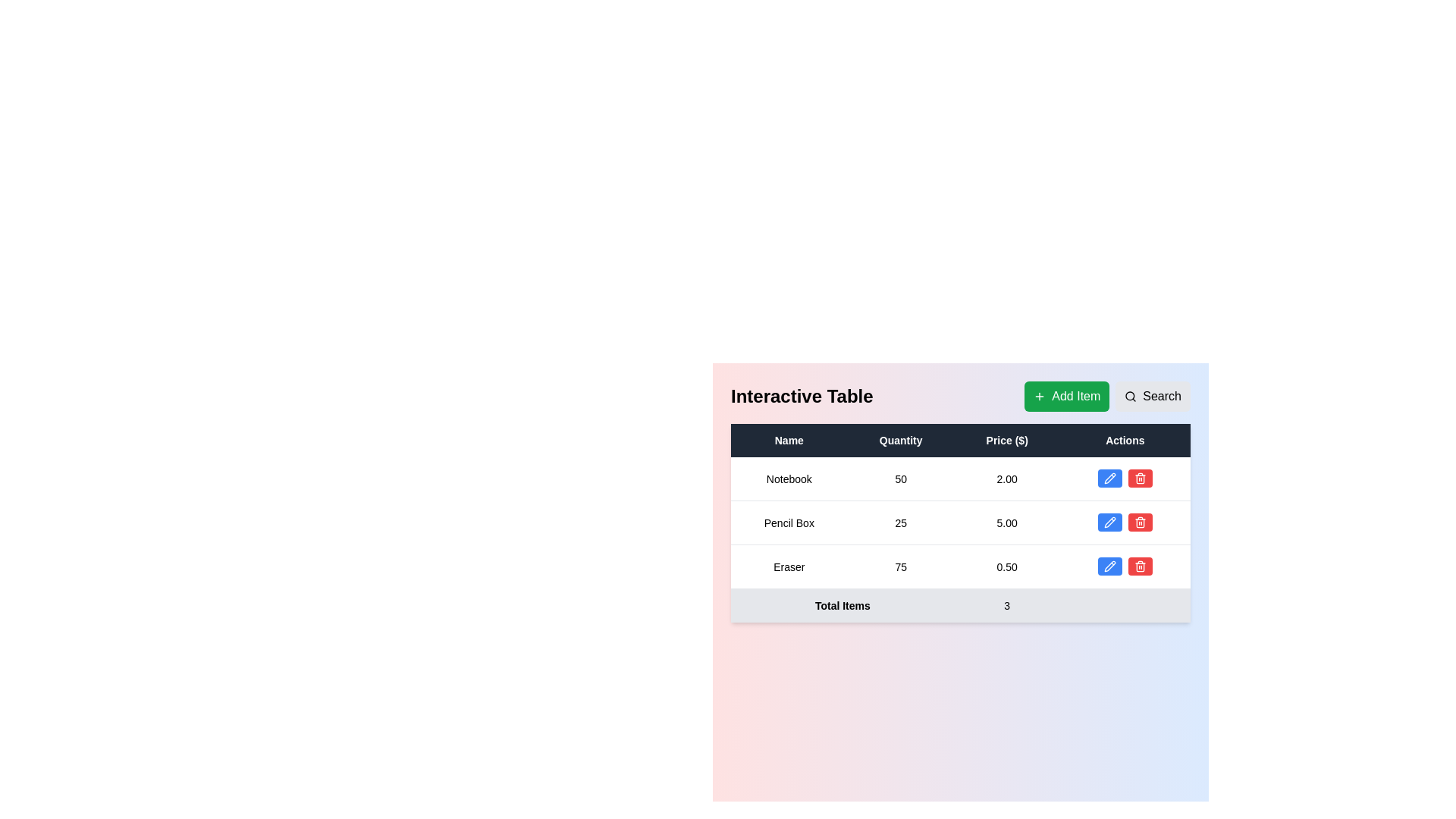  I want to click on the Table summary row at the bottom of the table, which displays the total count of items listed above, specifically the section showing '3', so click(960, 604).